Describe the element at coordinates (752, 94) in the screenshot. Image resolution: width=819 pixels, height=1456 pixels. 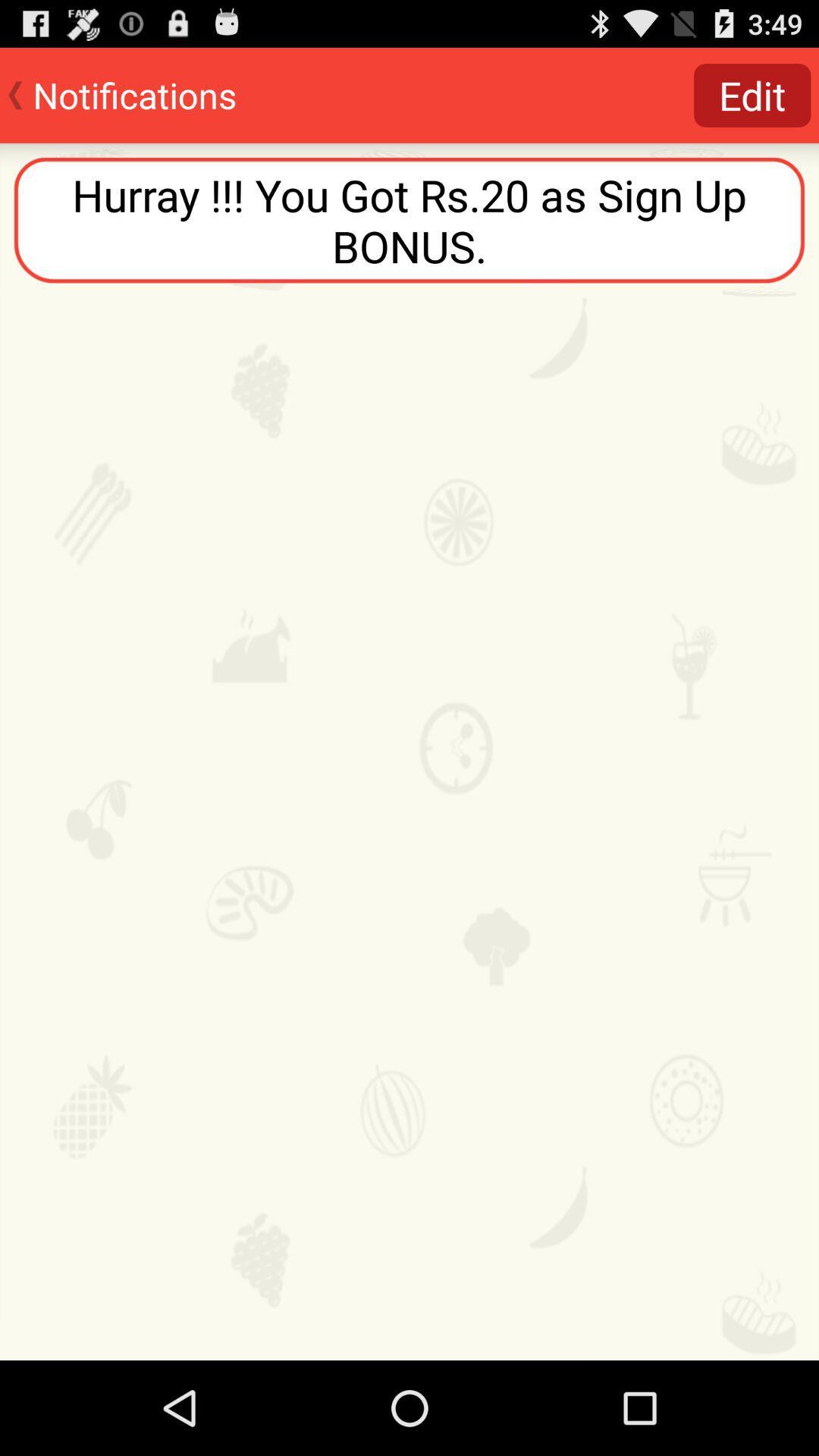
I see `the icon at the top right corner` at that location.